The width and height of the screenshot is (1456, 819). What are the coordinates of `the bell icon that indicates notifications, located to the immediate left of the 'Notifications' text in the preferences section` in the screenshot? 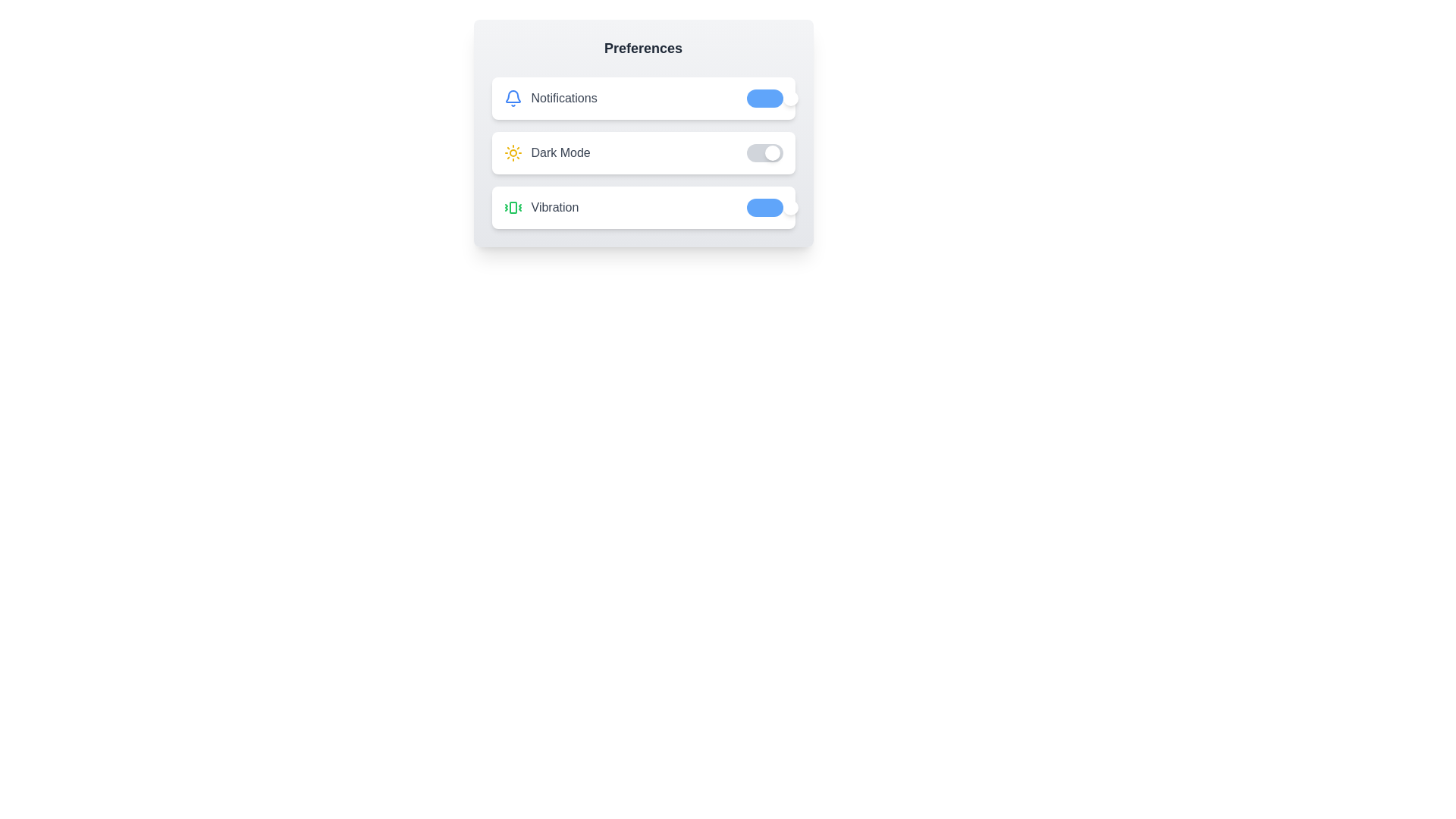 It's located at (513, 99).